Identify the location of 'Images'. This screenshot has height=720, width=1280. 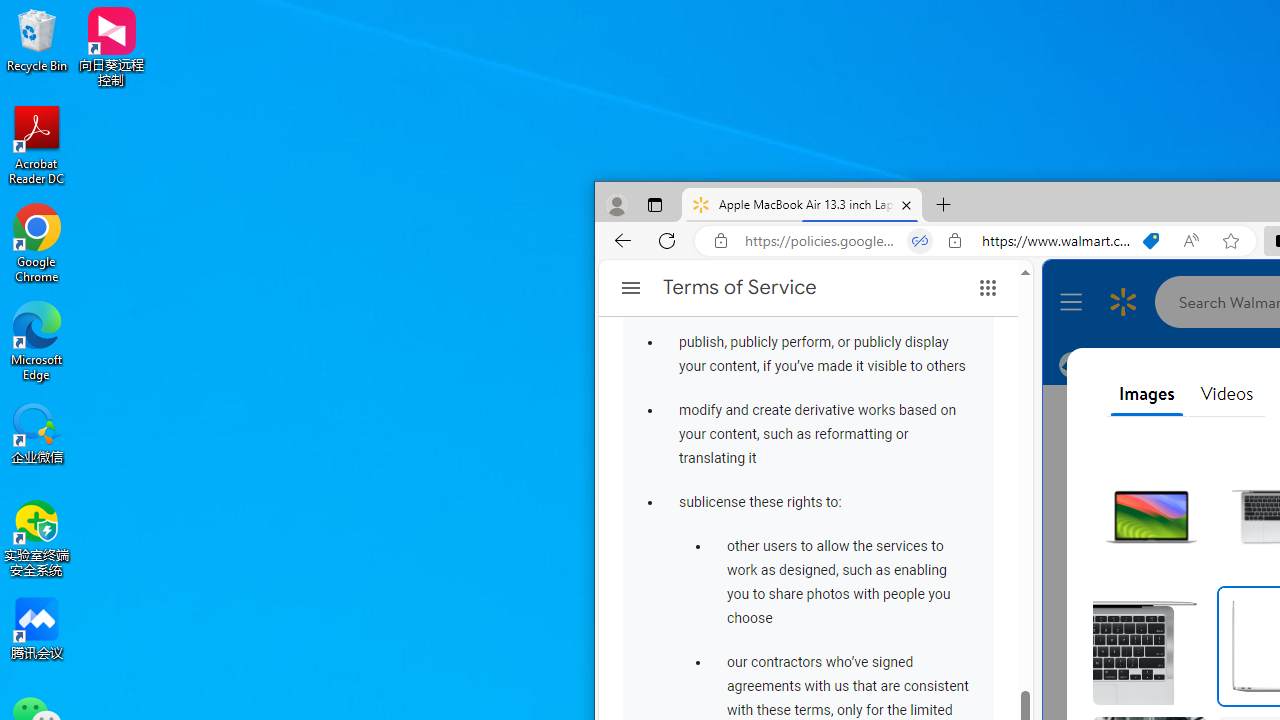
(1146, 394).